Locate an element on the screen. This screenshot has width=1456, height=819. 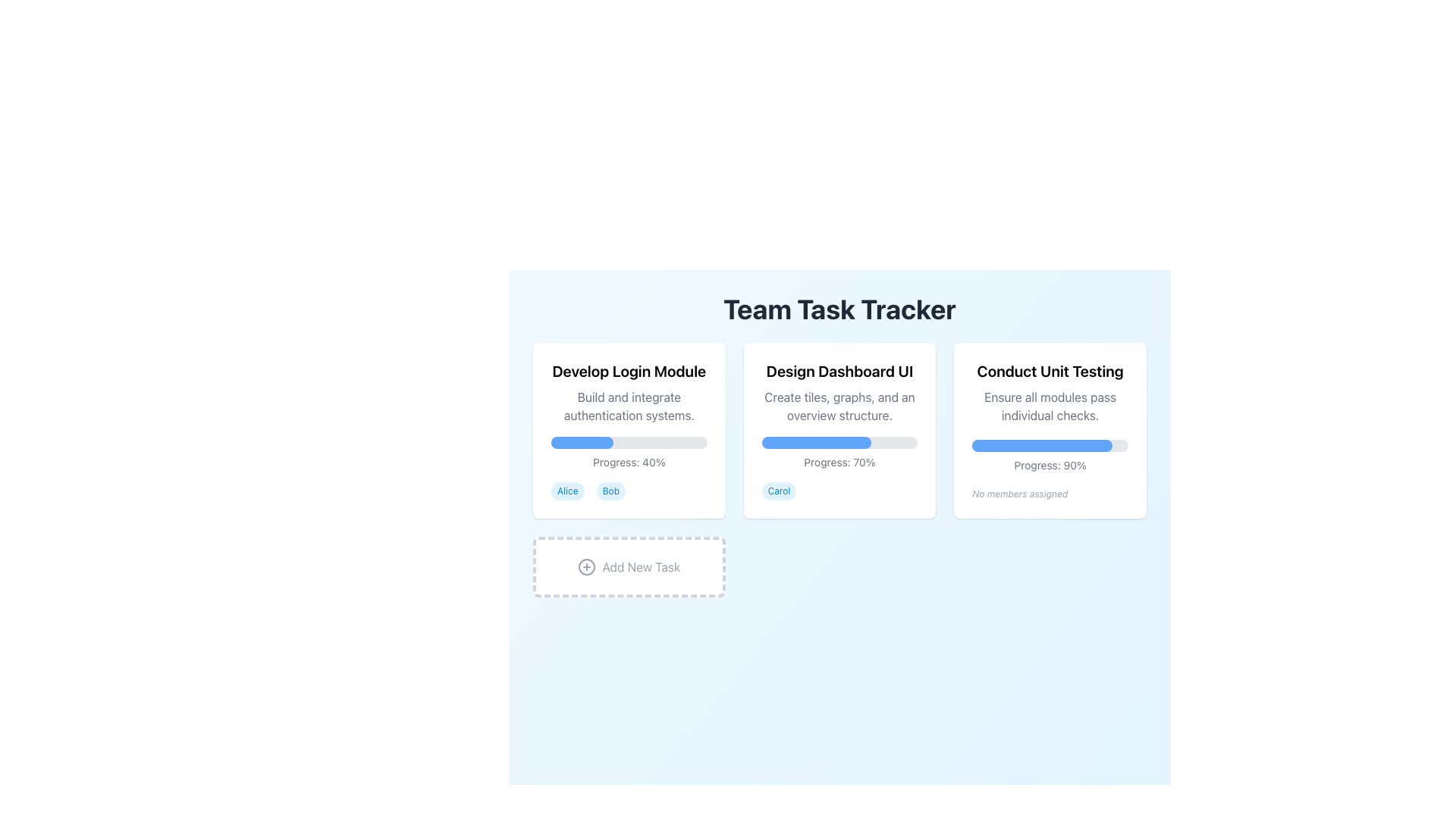
the text label displaying 'Progress: 90%' which is positioned below the progress bar in the 'Conduct Unit Testing' task card is located at coordinates (1050, 464).